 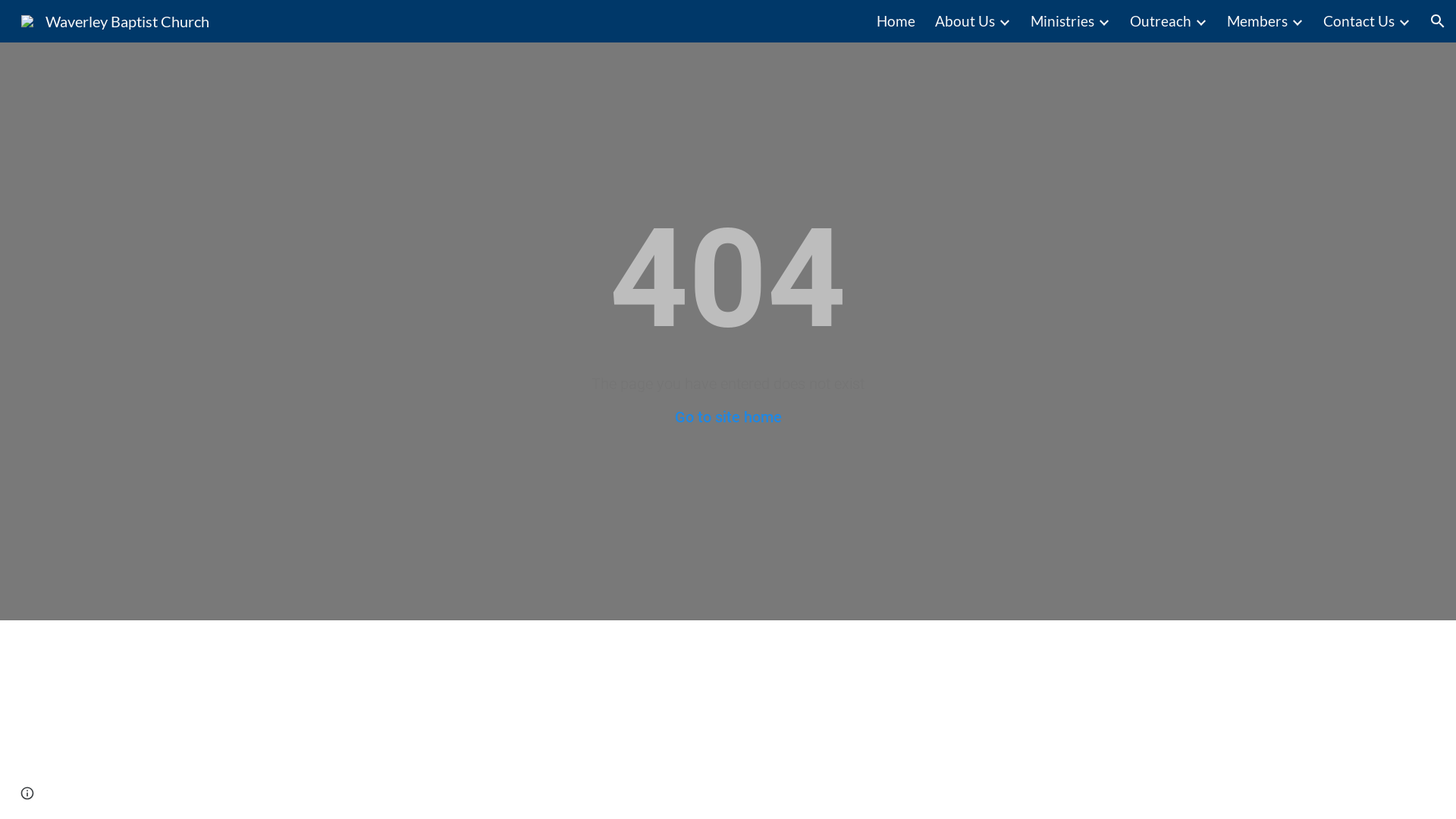 What do you see at coordinates (1323, 20) in the screenshot?
I see `'Contact Us'` at bounding box center [1323, 20].